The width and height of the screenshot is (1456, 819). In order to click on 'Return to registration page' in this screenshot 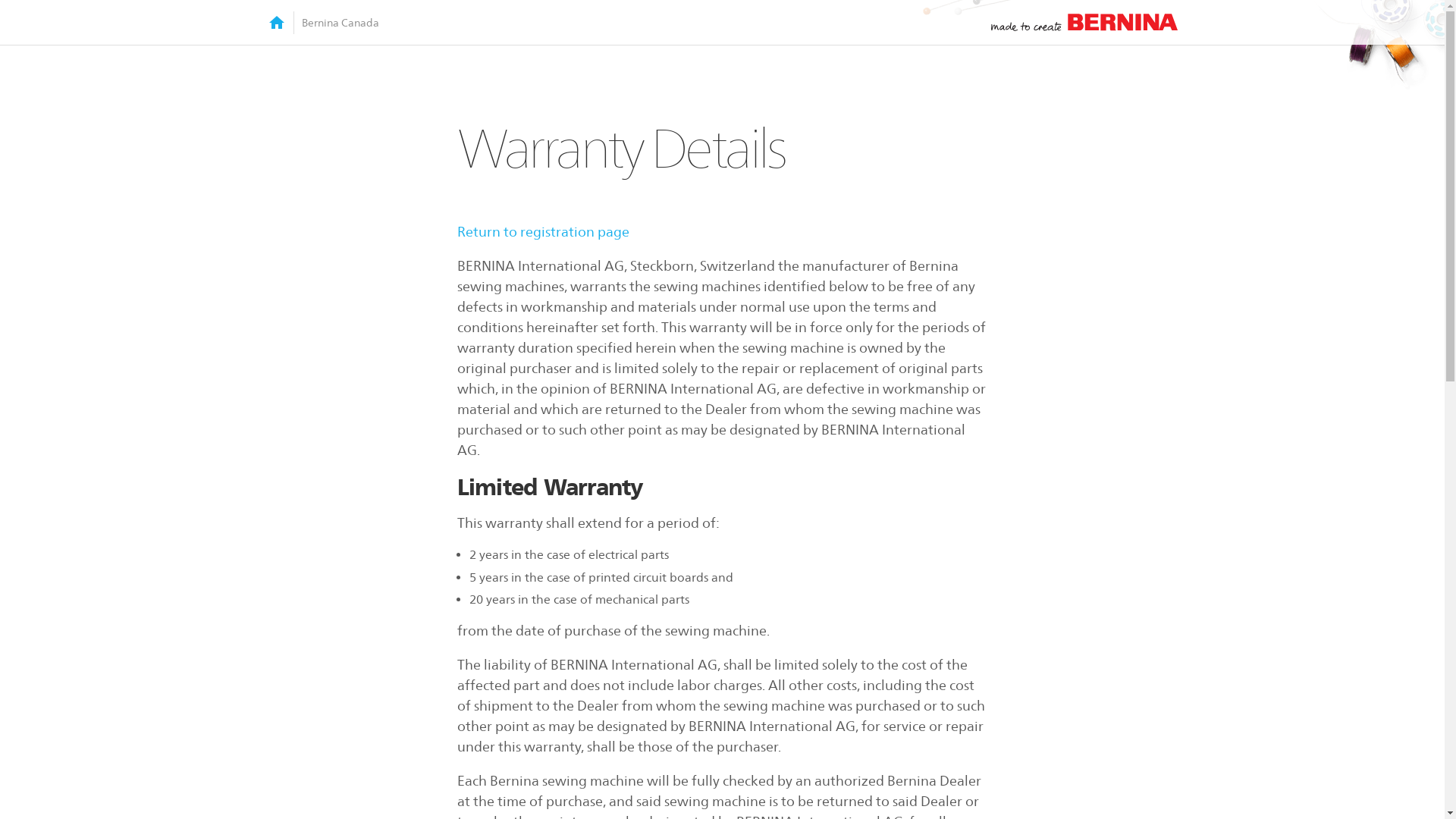, I will do `click(542, 231)`.